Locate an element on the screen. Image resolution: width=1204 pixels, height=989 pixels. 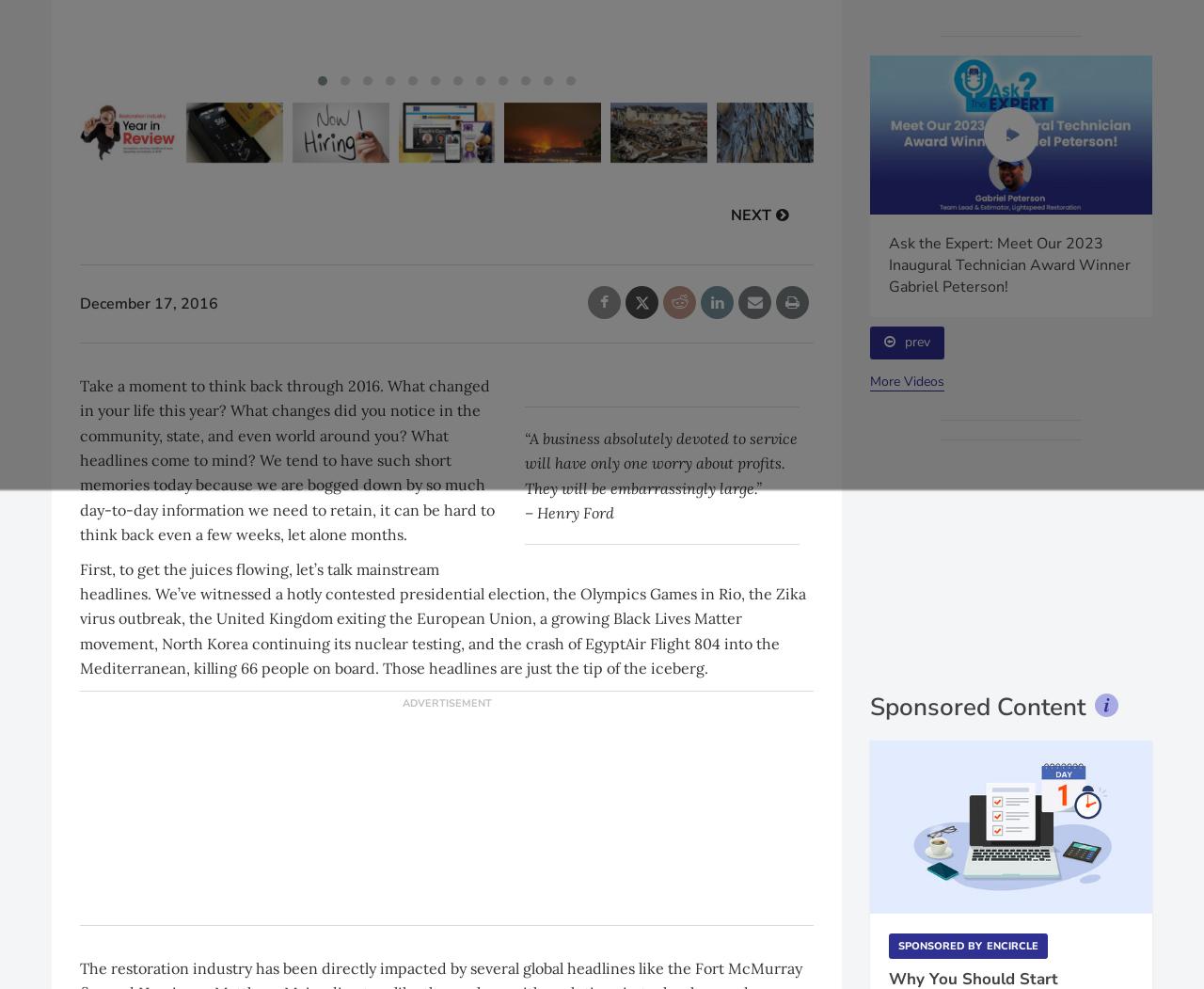
'Episode of 4 the Ironclad Marketing Minute highlights utilizing social media to gain more job leads' is located at coordinates (42, 264).